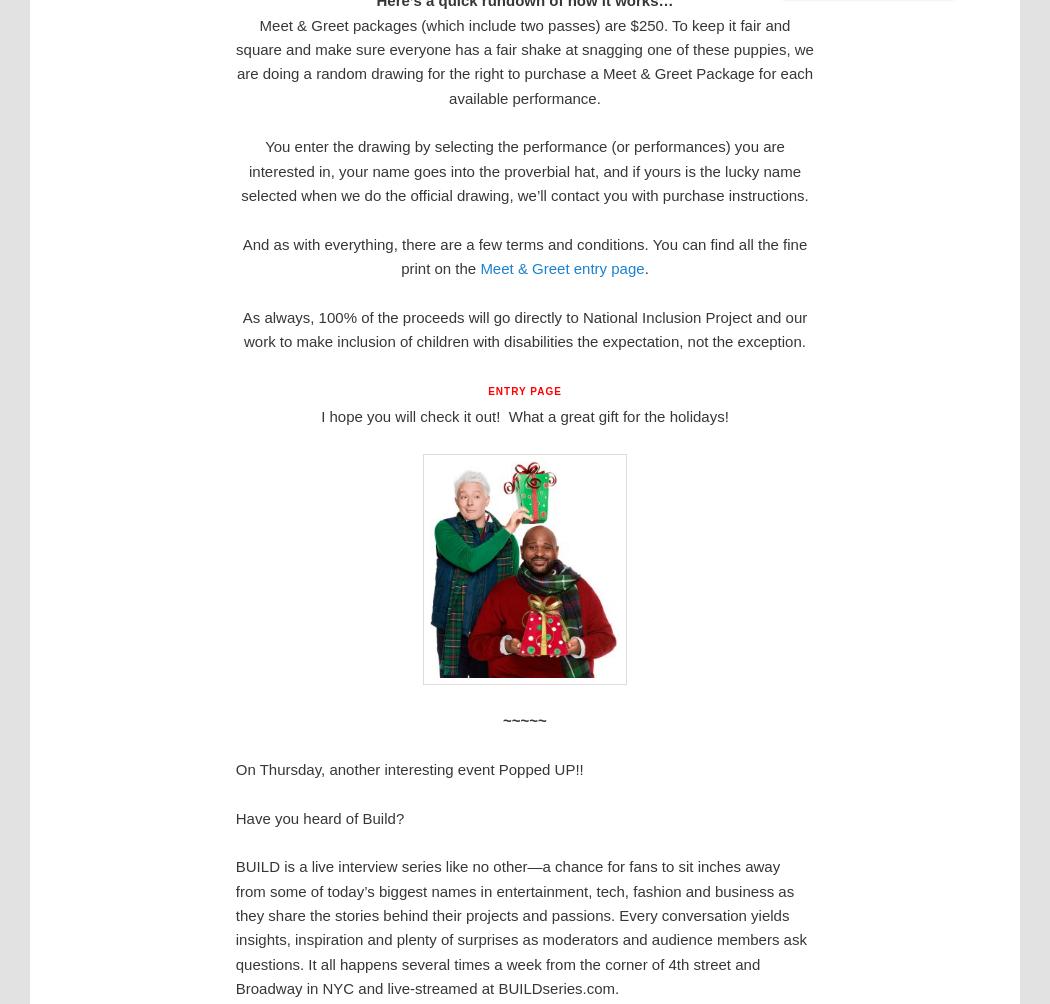  Describe the element at coordinates (234, 926) in the screenshot. I see `'BUILD is a live interview series like no other—a chance for fans to sit inches away from some of today’s biggest names in entertainment, tech, fashion and business as they share the stories behind their projects and passions. Every conversation yields insights, inspiration and plenty of surprises as moderators and audience members ask questions. It all happens several times a week from the corner of 4th street and Broadway in NYC and live-streamed at BUILDseries.com.'` at that location.